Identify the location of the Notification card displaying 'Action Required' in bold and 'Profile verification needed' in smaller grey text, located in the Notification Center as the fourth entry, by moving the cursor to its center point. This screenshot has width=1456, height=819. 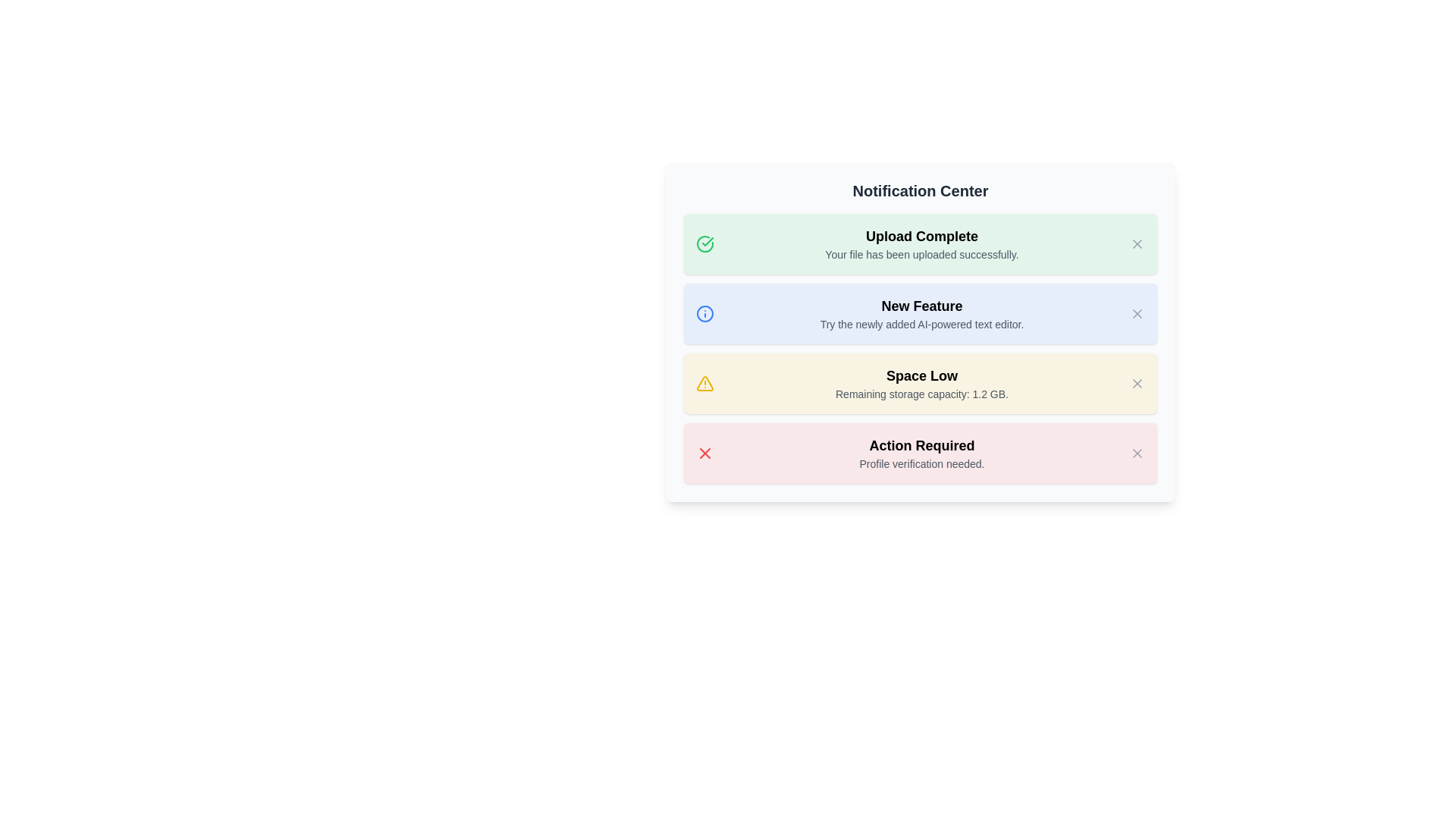
(921, 452).